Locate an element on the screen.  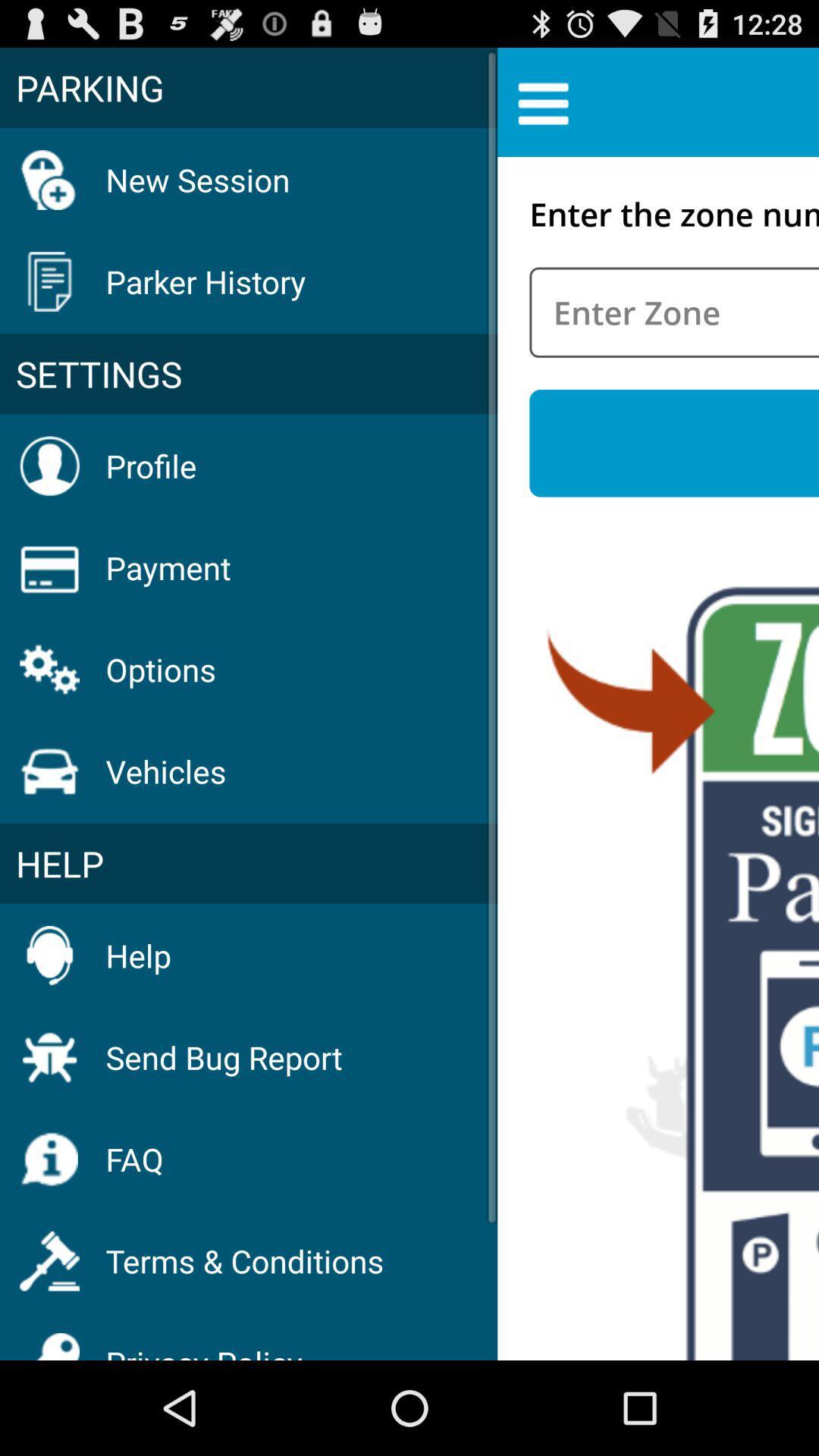
input text for the zone number is located at coordinates (673, 312).